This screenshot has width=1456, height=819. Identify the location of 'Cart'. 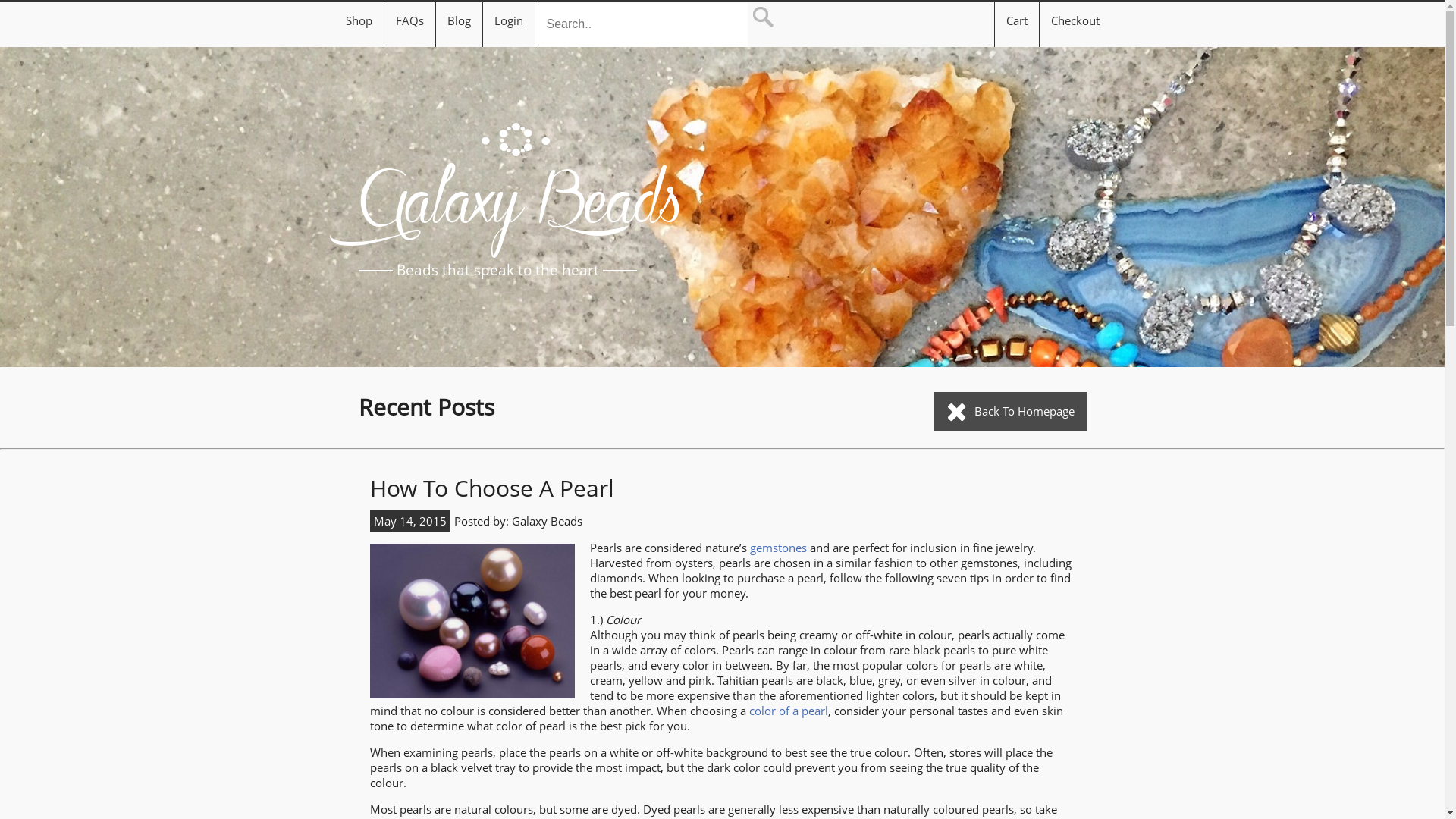
(1005, 24).